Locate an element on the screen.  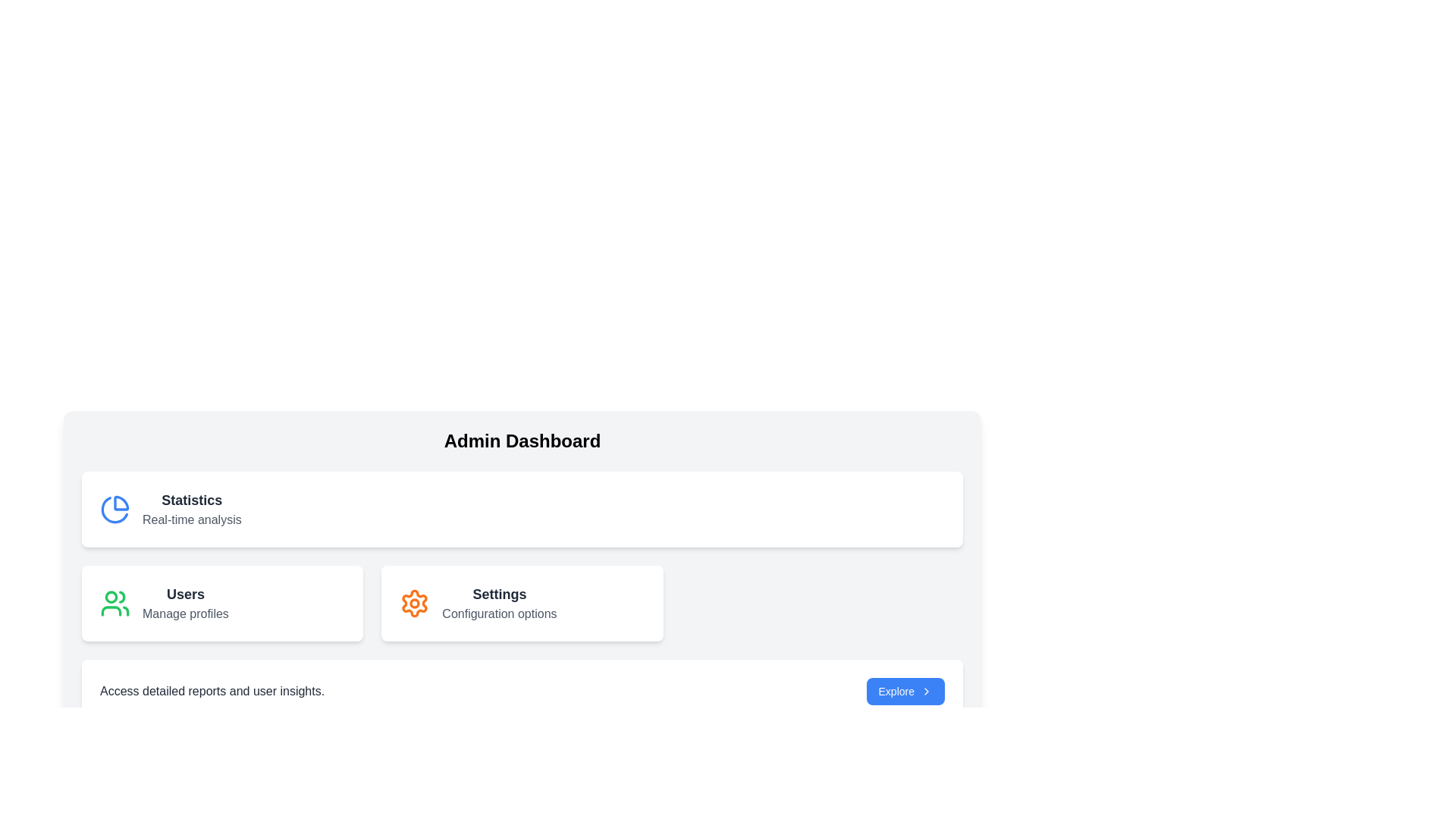
the 'Statistics' text label, which serves as a title for the adjacent section, to provide visual feedback is located at coordinates (191, 500).